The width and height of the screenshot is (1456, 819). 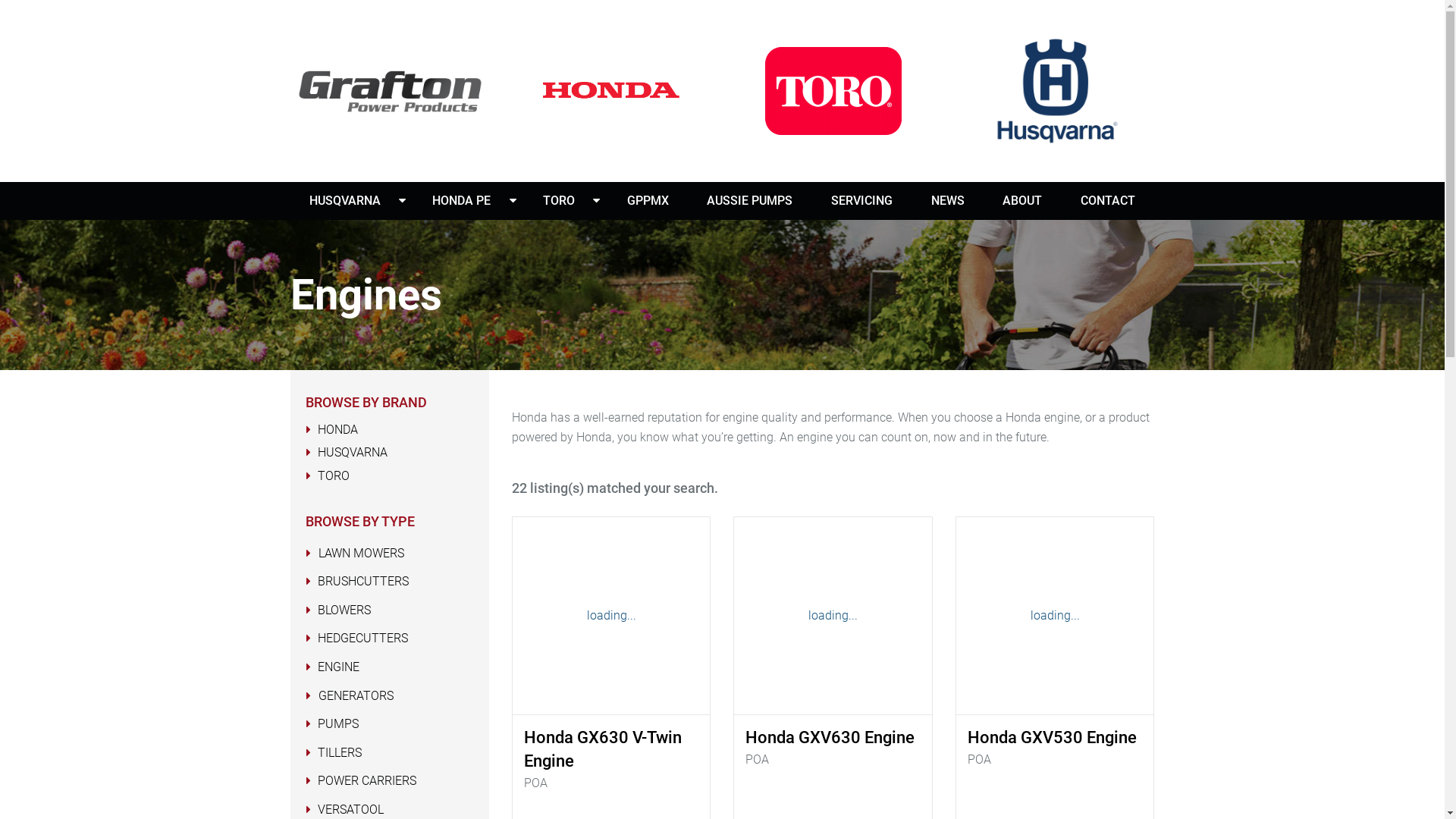 What do you see at coordinates (315, 666) in the screenshot?
I see `'ENGINE'` at bounding box center [315, 666].